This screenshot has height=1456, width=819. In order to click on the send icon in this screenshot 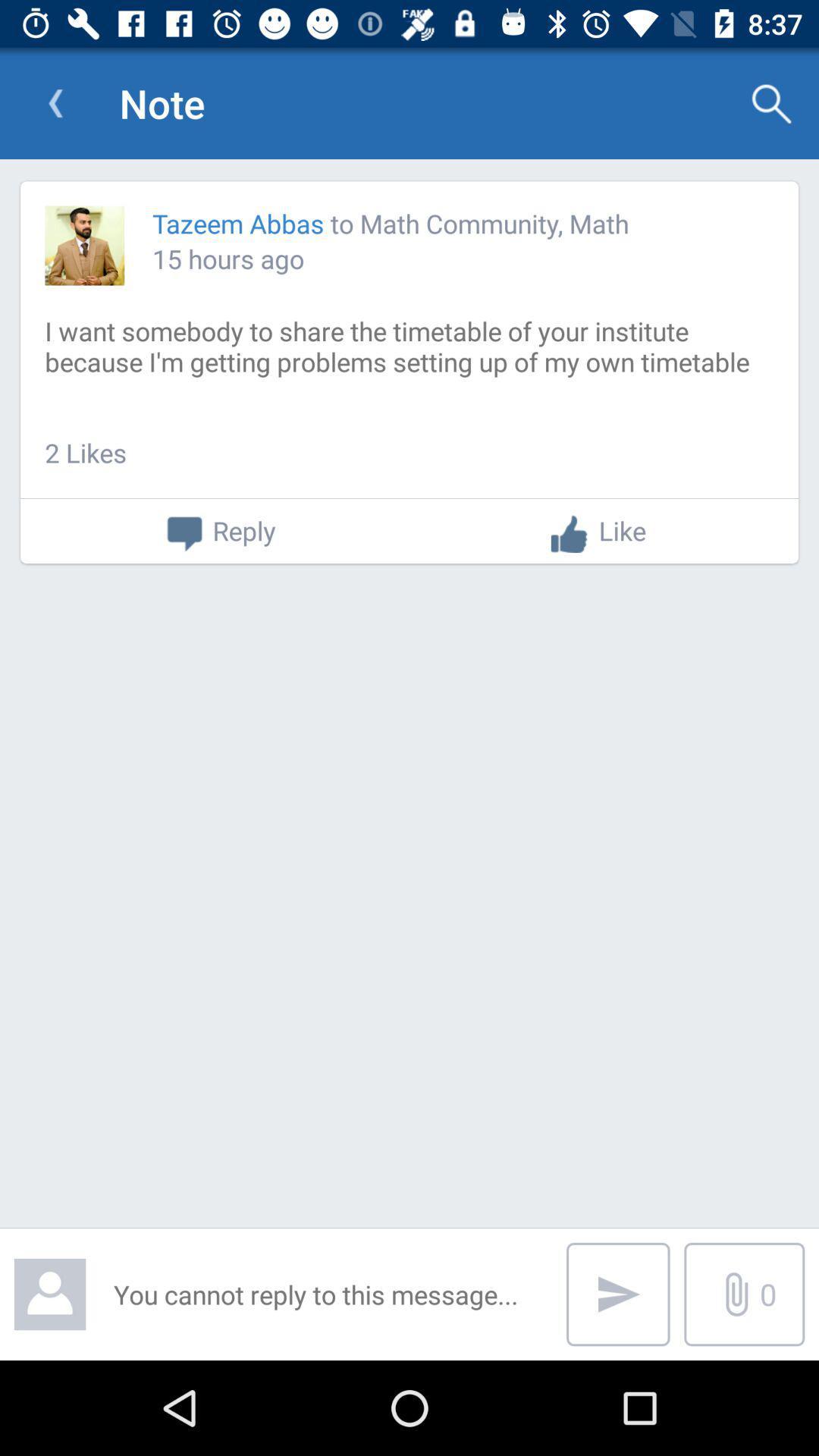, I will do `click(618, 1294)`.